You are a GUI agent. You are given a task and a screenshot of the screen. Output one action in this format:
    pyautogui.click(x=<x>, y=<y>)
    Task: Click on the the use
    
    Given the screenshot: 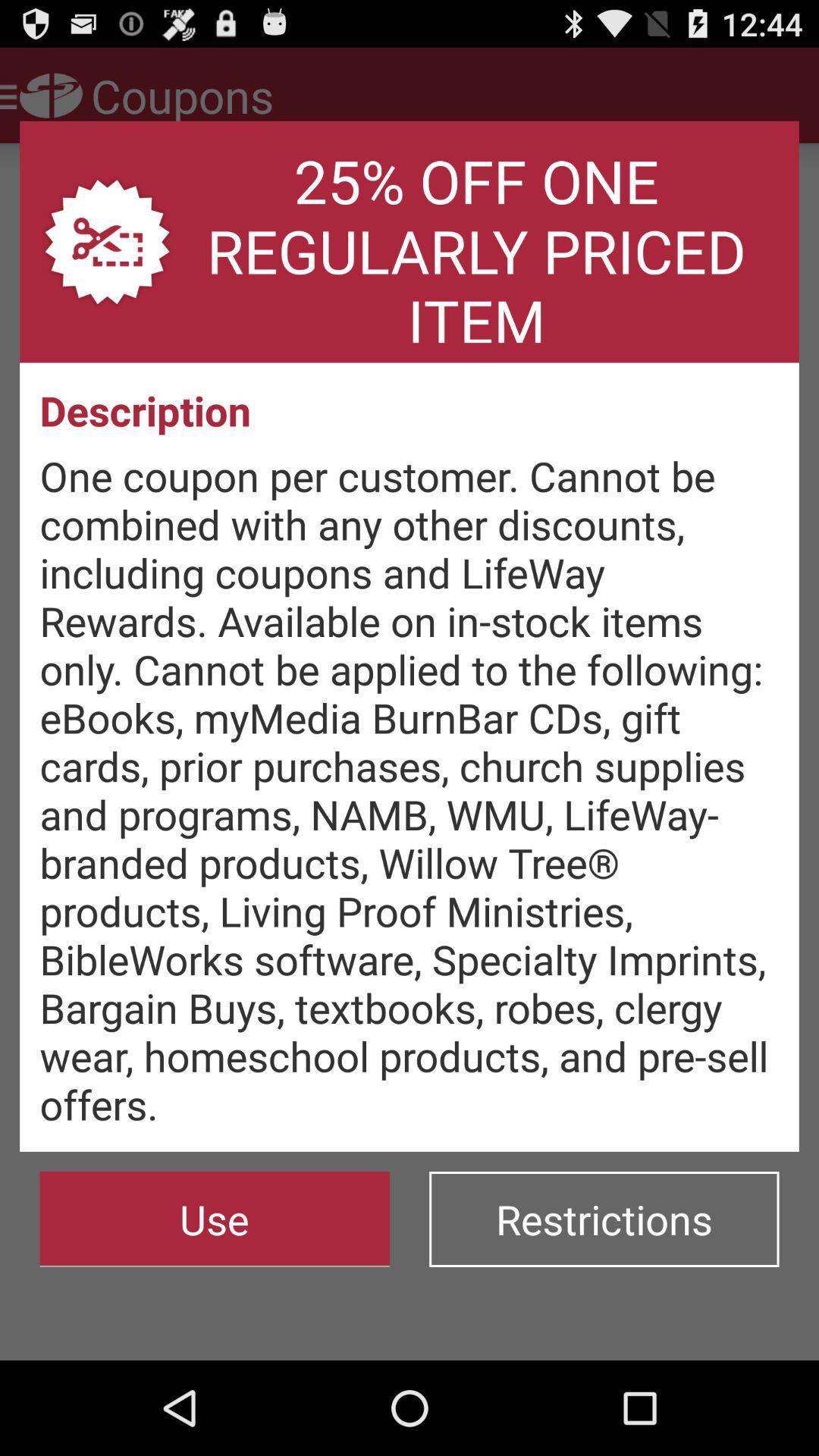 What is the action you would take?
    pyautogui.click(x=215, y=1219)
    